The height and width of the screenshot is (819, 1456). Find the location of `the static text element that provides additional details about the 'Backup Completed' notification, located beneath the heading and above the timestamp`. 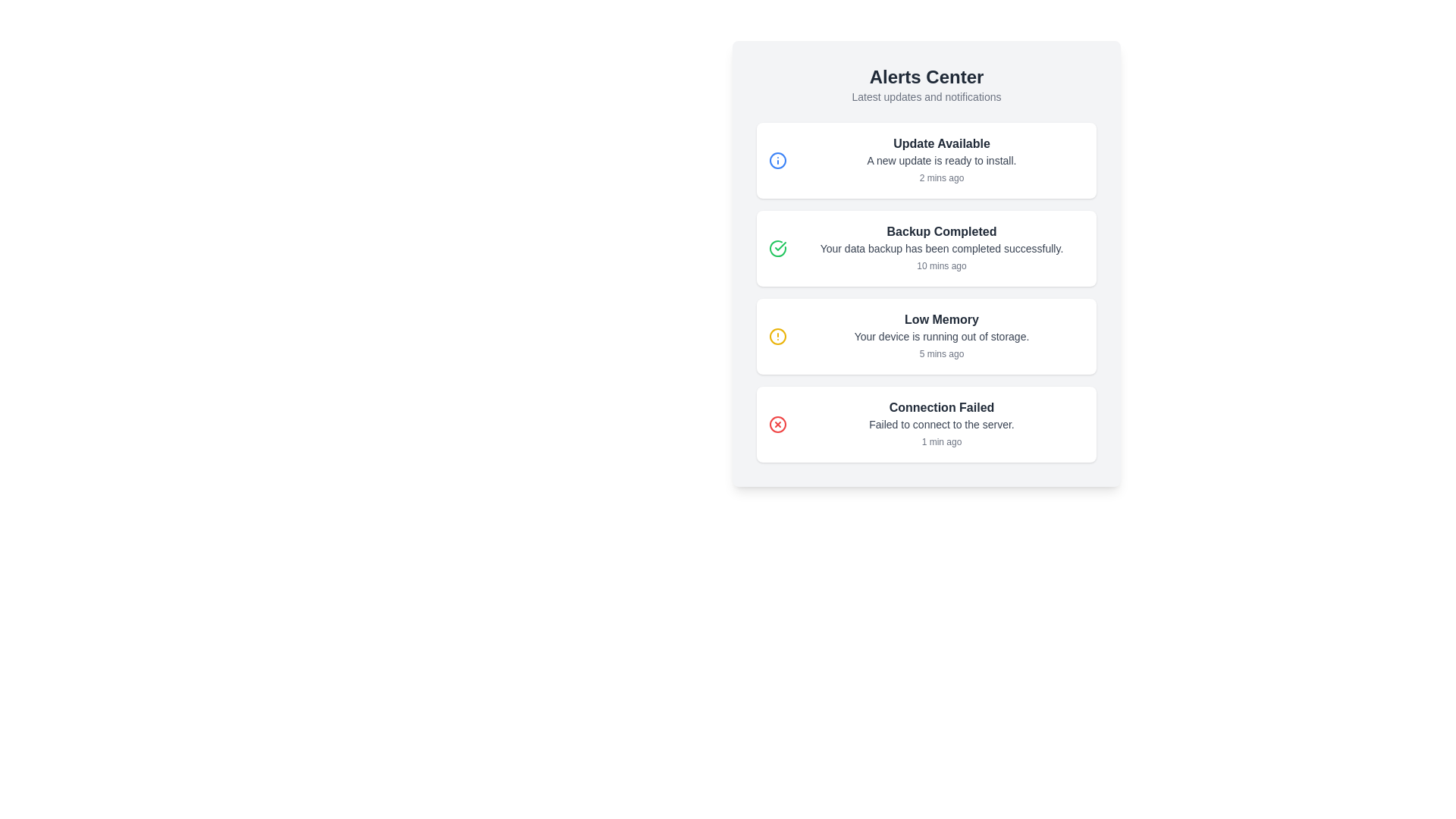

the static text element that provides additional details about the 'Backup Completed' notification, located beneath the heading and above the timestamp is located at coordinates (941, 247).